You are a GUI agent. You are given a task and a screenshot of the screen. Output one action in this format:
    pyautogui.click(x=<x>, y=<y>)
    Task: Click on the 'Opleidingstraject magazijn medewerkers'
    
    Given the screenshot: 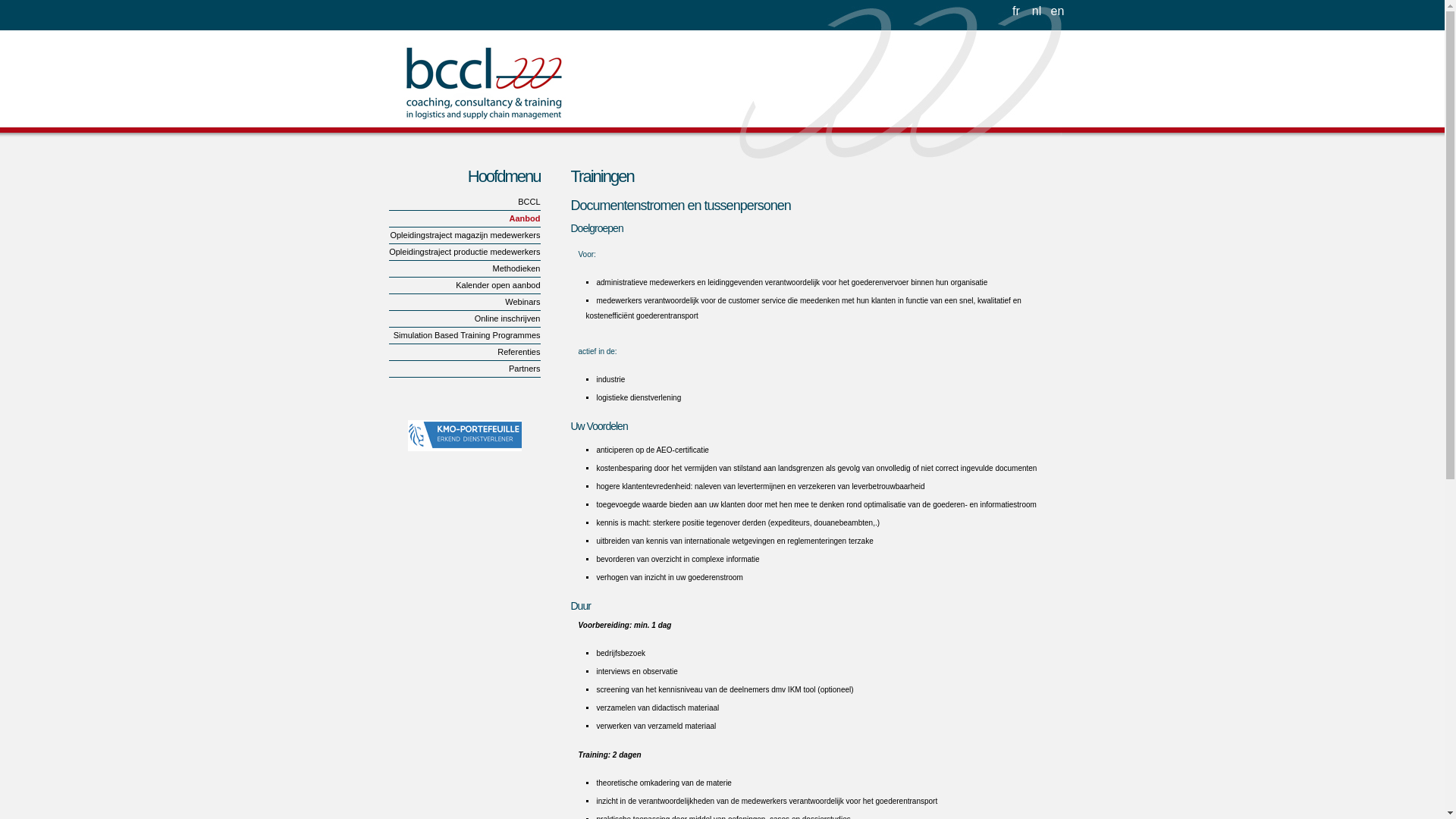 What is the action you would take?
    pyautogui.click(x=463, y=236)
    